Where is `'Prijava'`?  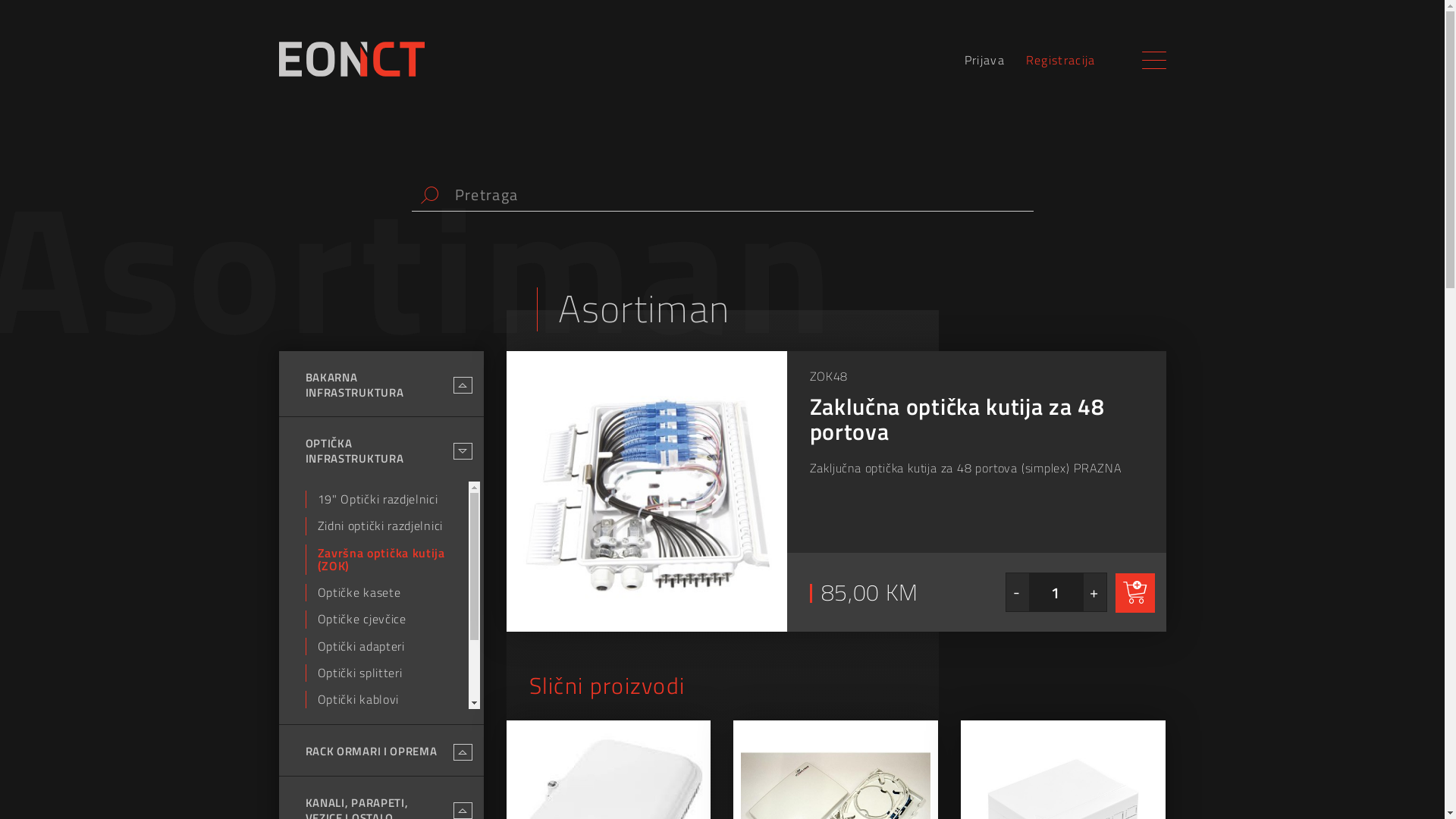 'Prijava' is located at coordinates (964, 59).